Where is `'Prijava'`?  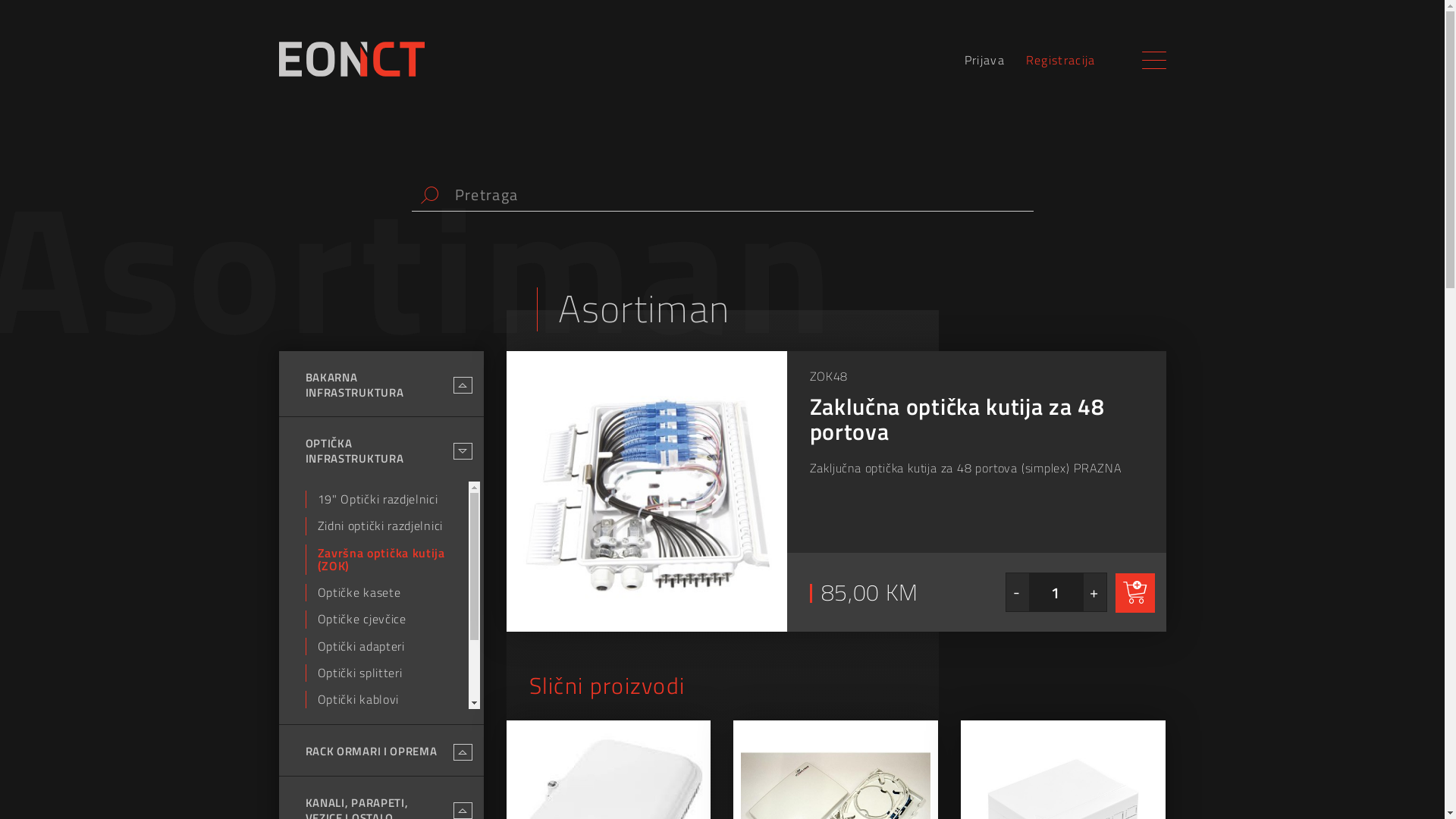 'Prijava' is located at coordinates (964, 59).